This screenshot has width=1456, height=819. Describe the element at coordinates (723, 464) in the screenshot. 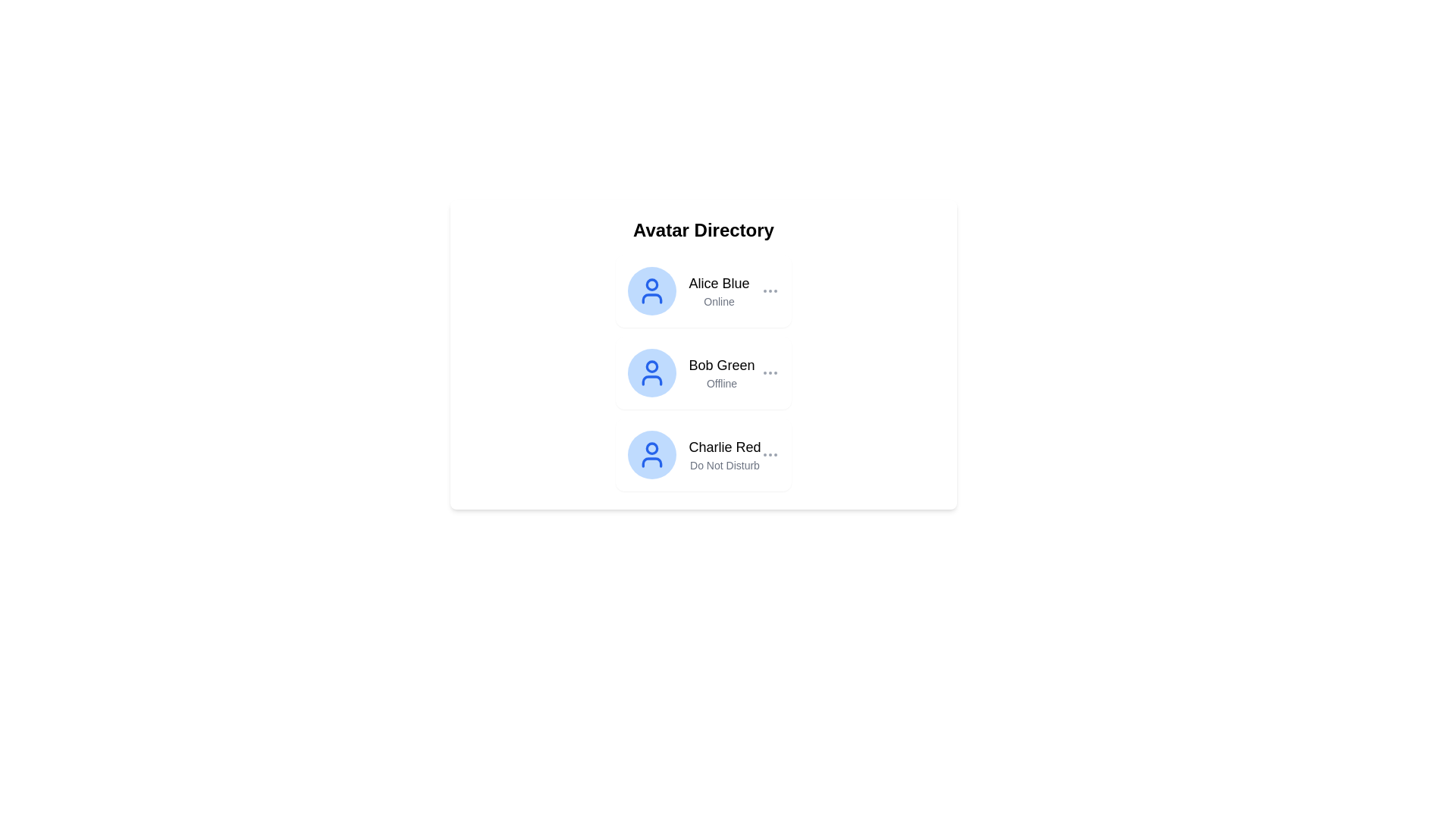

I see `the status text label indicating that user 'Charlie Red' is unavailable, located beneath their name in the avatar directory panel` at that location.